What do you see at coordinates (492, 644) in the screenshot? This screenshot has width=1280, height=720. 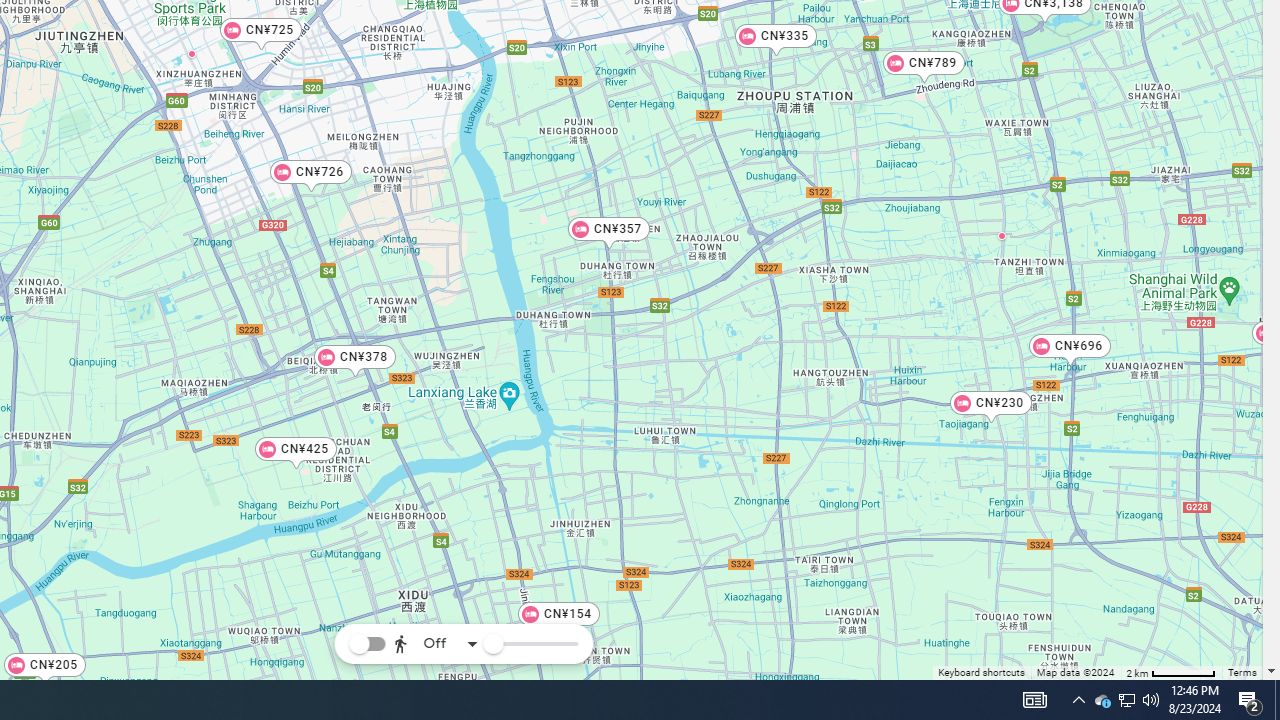 I see `'Reachability slider'` at bounding box center [492, 644].